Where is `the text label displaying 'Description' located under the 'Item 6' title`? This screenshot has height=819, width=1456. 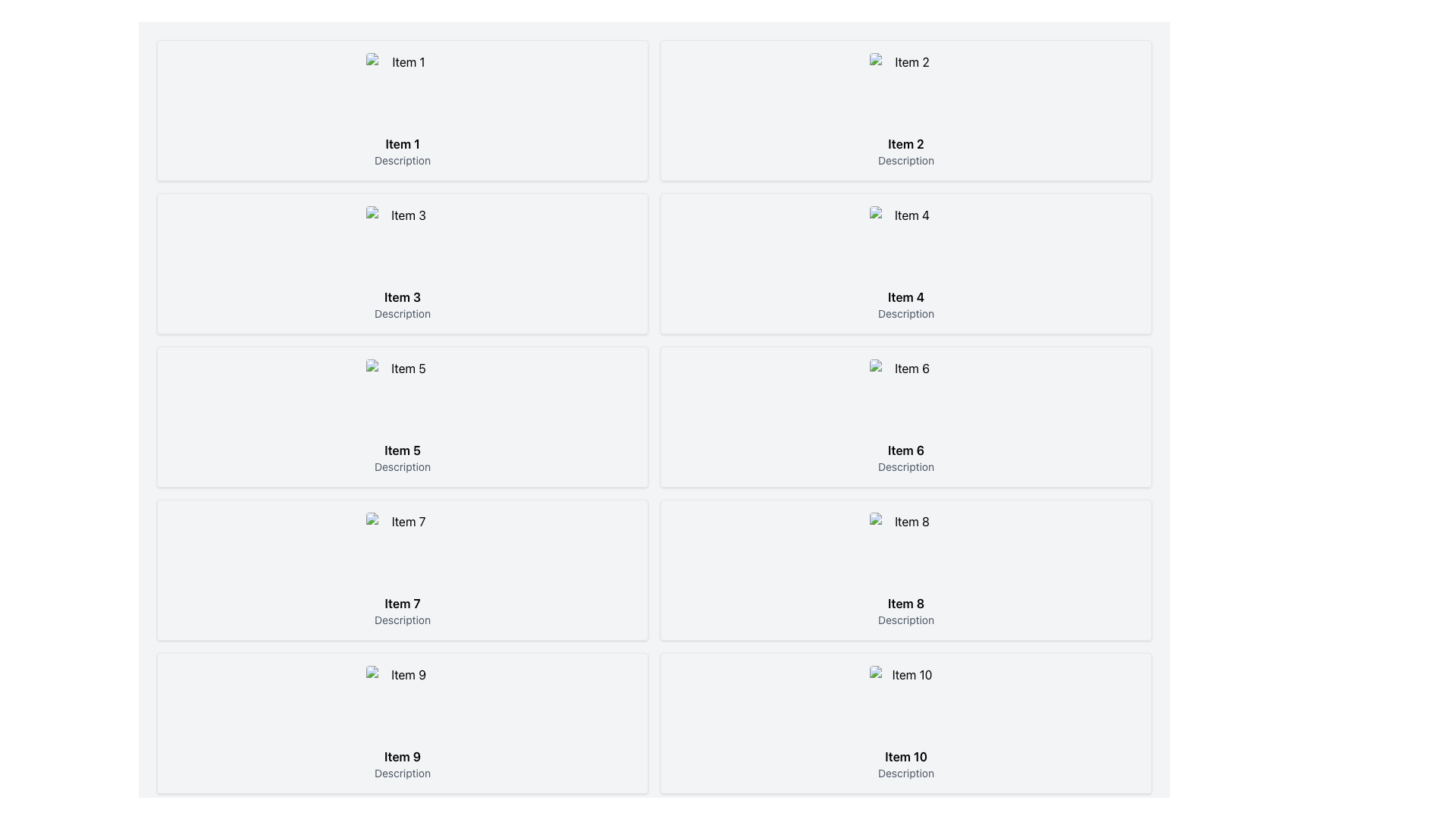 the text label displaying 'Description' located under the 'Item 6' title is located at coordinates (906, 466).